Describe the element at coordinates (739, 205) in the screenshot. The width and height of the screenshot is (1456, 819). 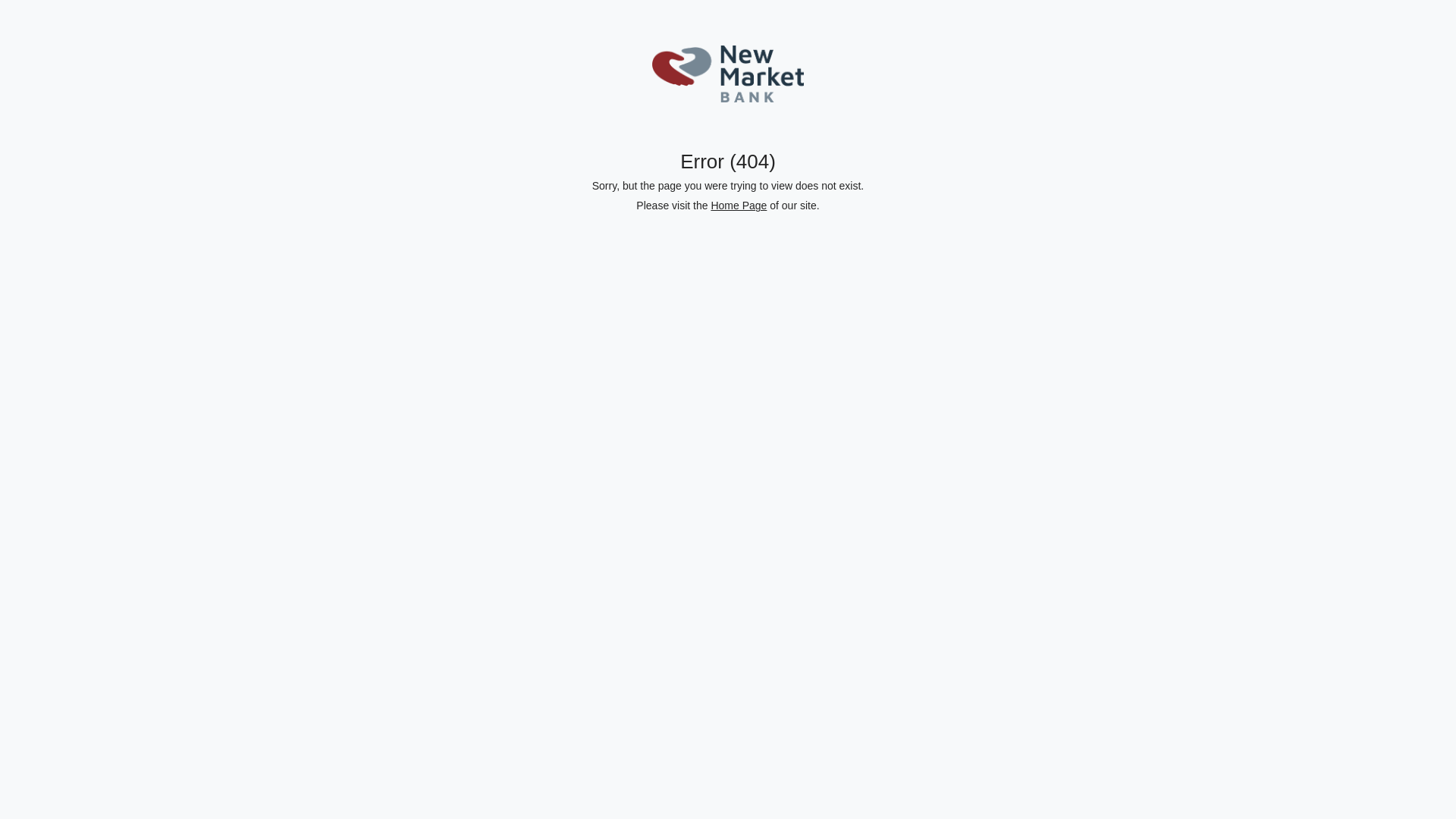
I see `'Home Page'` at that location.